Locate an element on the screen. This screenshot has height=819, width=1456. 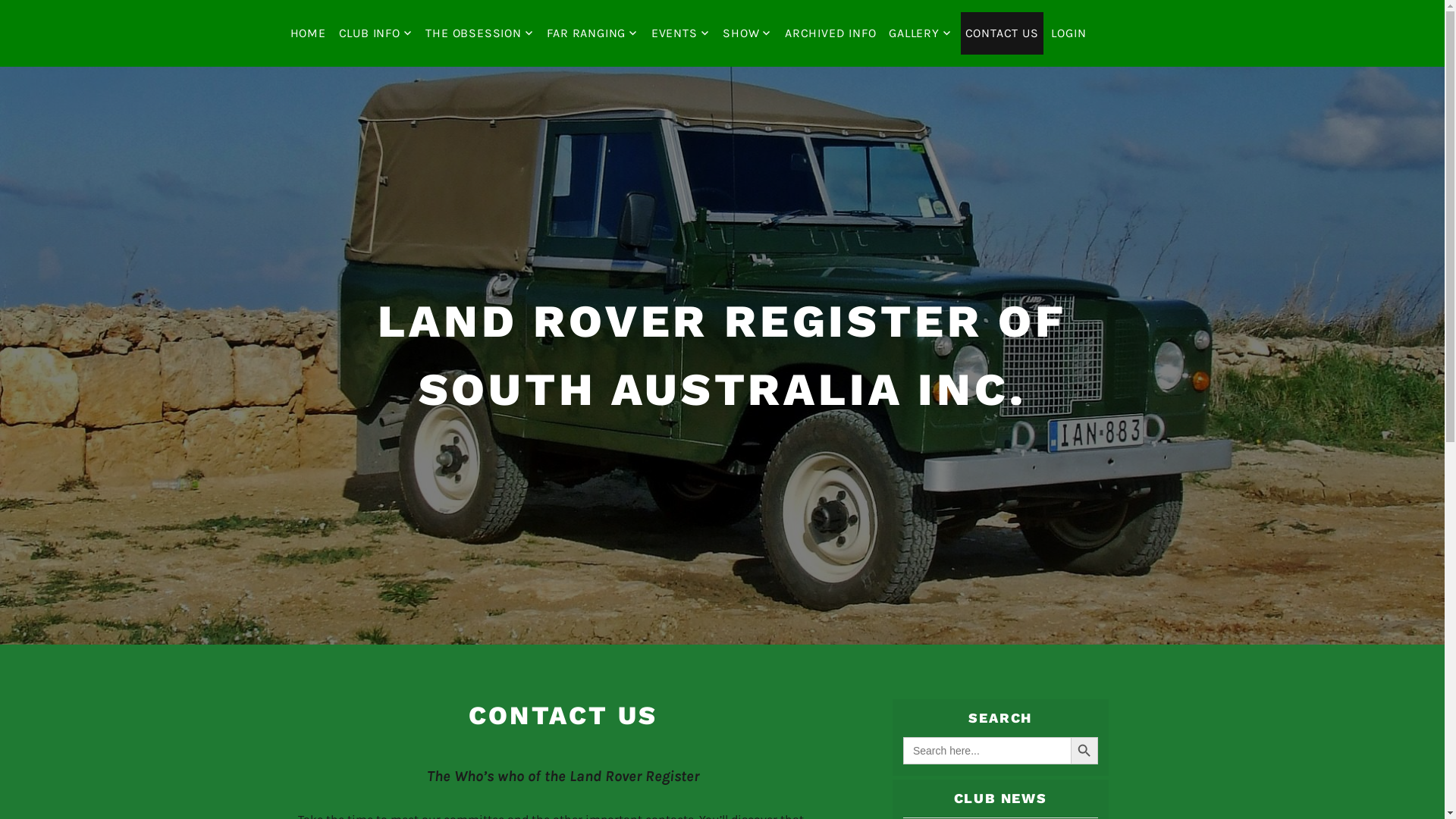
'ARCHIVED INFO' is located at coordinates (829, 33).